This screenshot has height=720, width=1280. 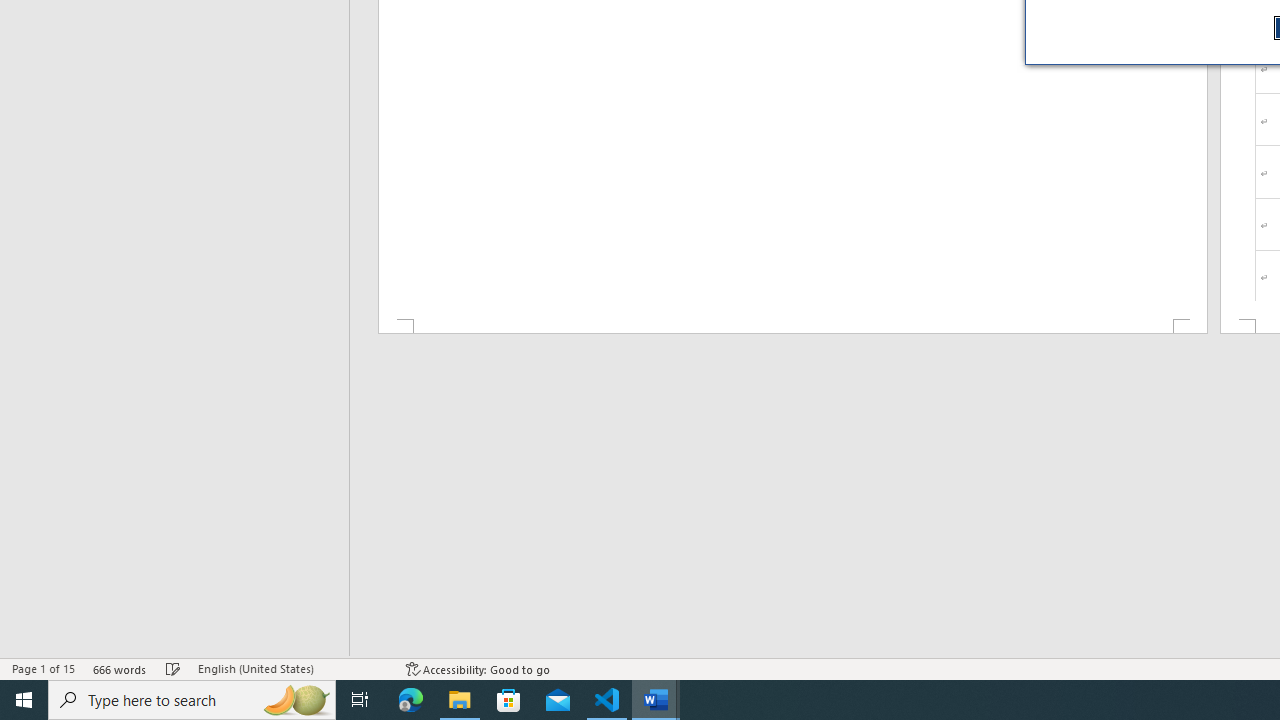 What do you see at coordinates (477, 669) in the screenshot?
I see `'Accessibility Checker Accessibility: Good to go'` at bounding box center [477, 669].